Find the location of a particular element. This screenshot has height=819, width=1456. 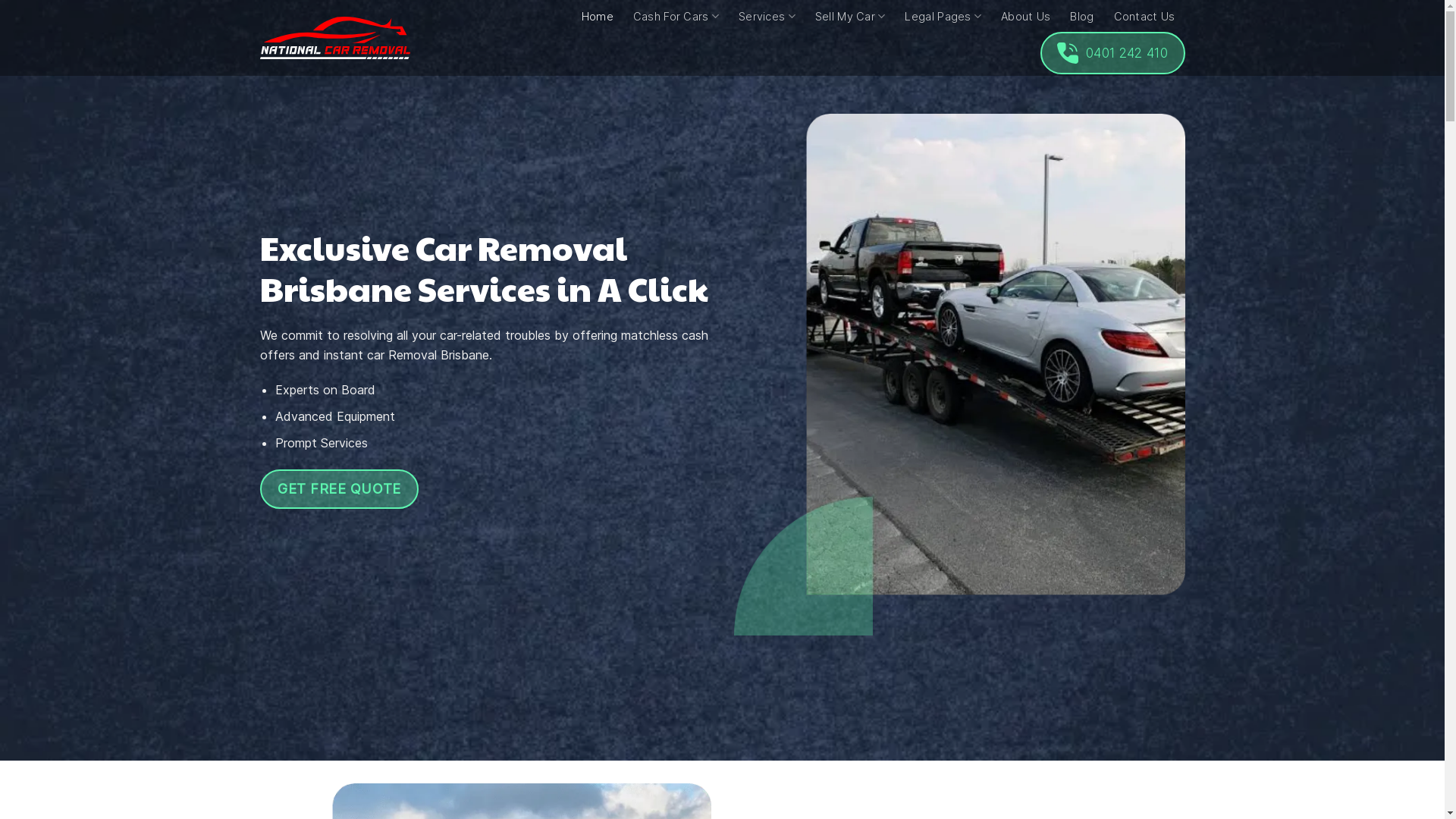

'Legal Pages' is located at coordinates (905, 16).